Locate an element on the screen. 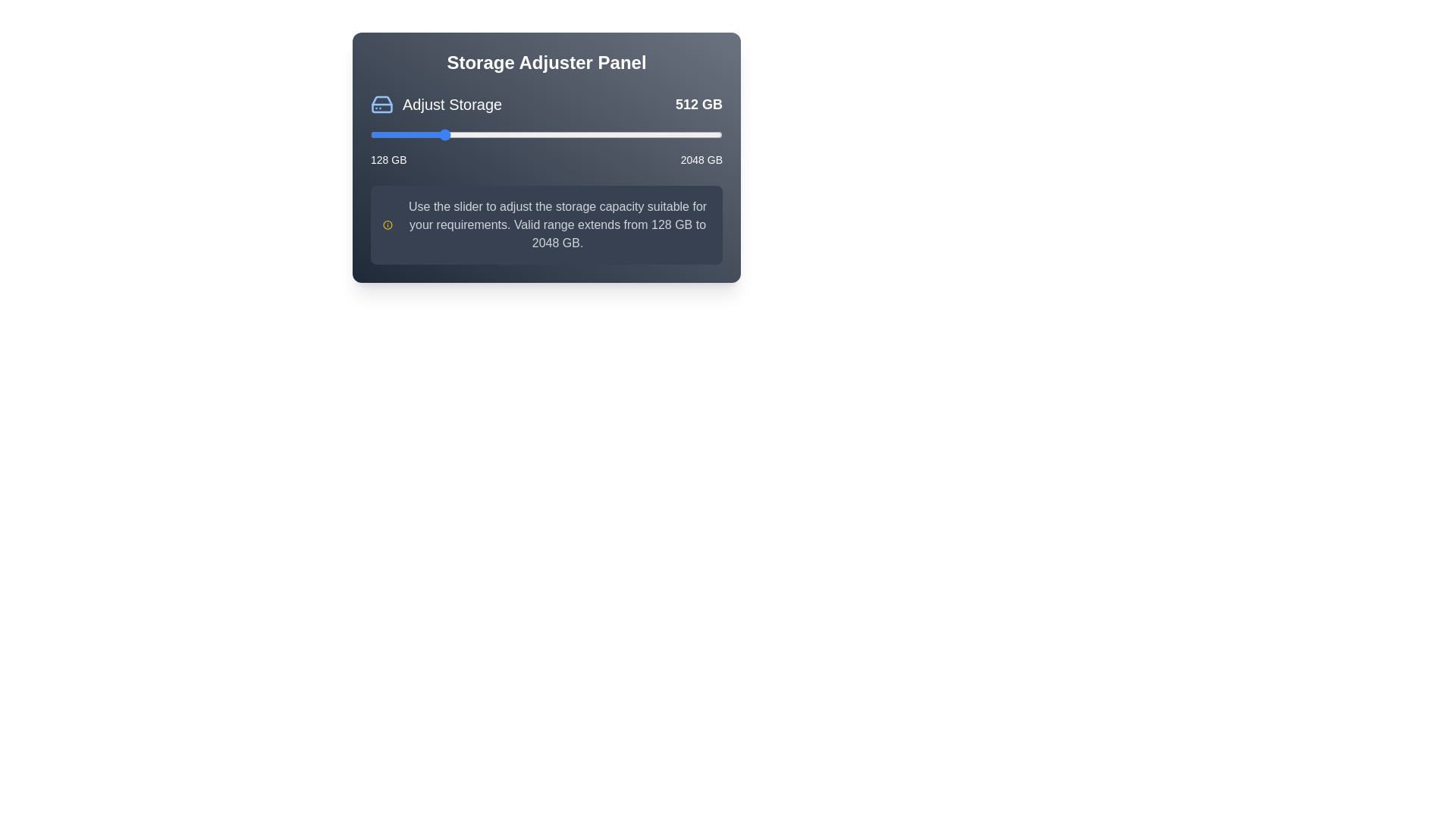 This screenshot has height=819, width=1456. the informative component displaying the current storage configuration labeled 'Adjust Storage' with the capacity '512 GB' is located at coordinates (546, 104).